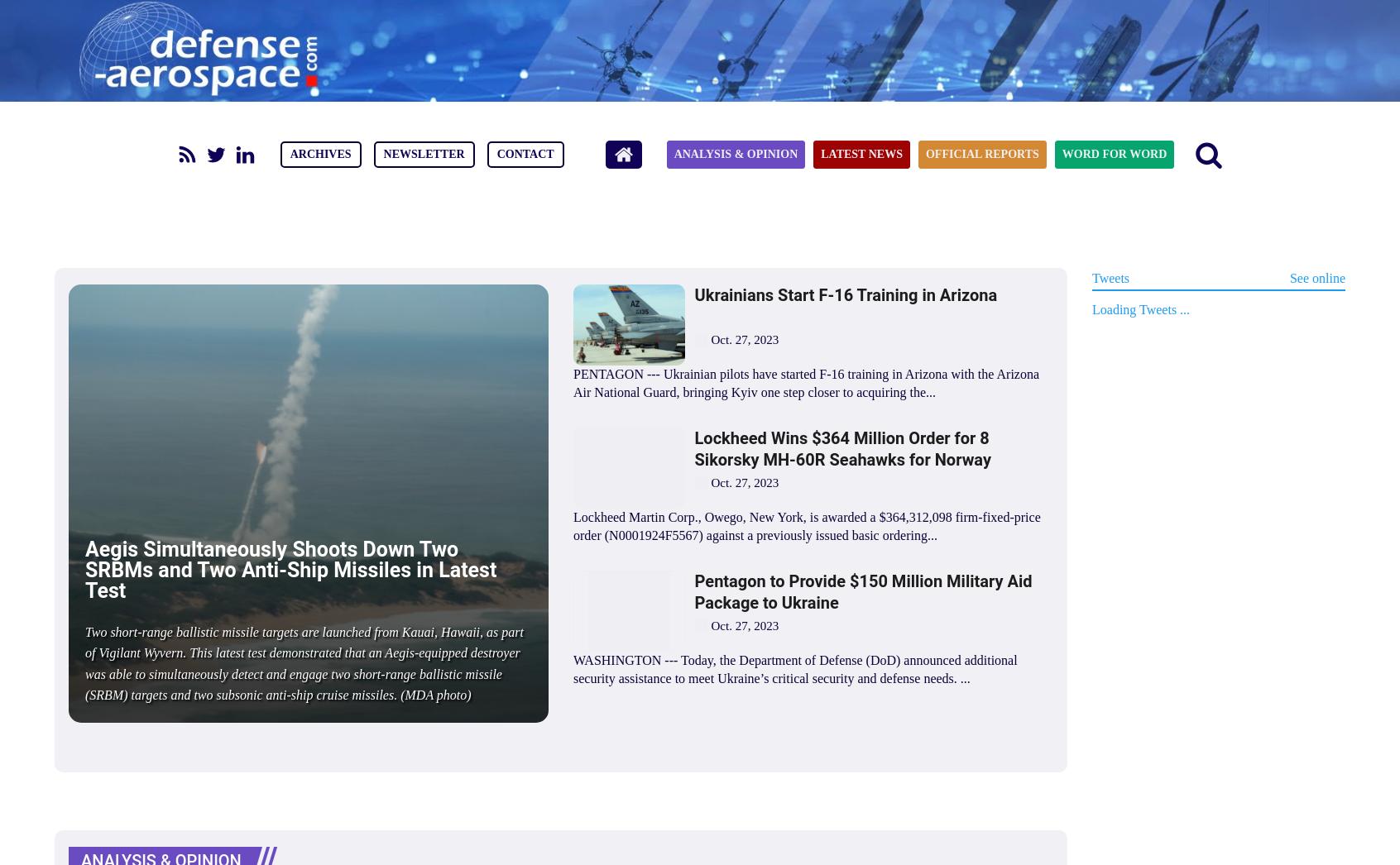 The height and width of the screenshot is (865, 1400). I want to click on 'Analysis & opinion', so click(674, 154).